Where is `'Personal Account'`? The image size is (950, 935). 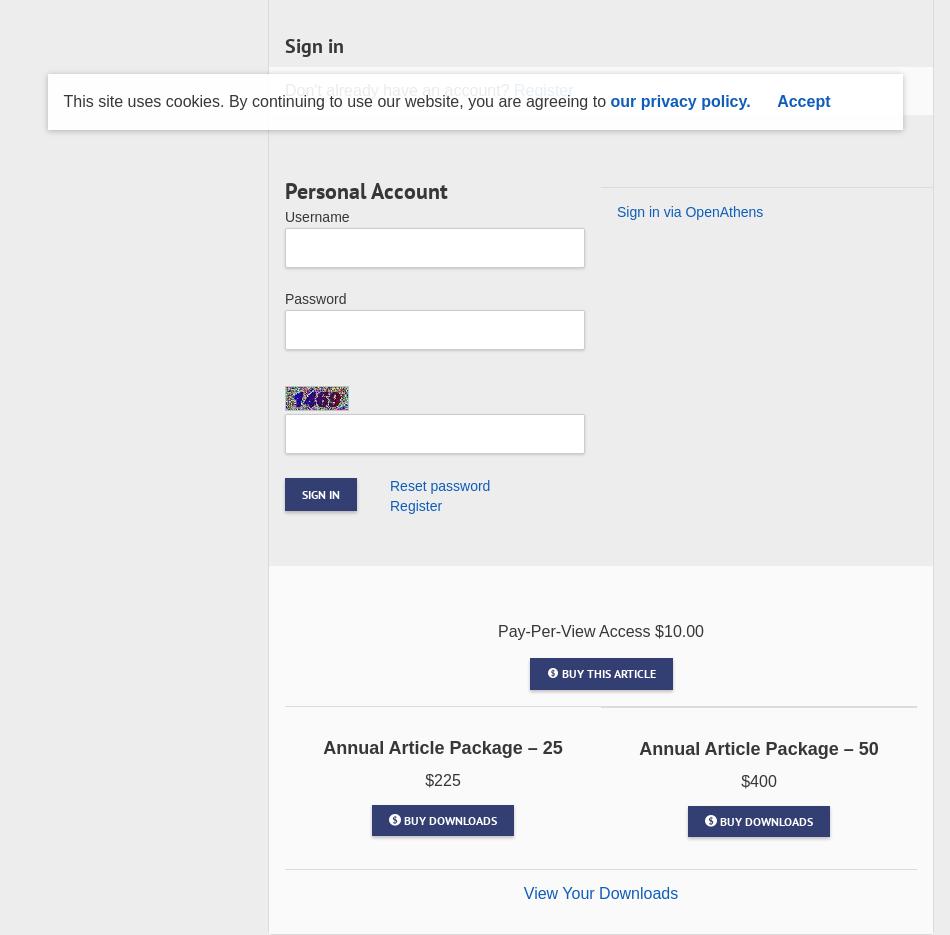 'Personal Account' is located at coordinates (284, 188).